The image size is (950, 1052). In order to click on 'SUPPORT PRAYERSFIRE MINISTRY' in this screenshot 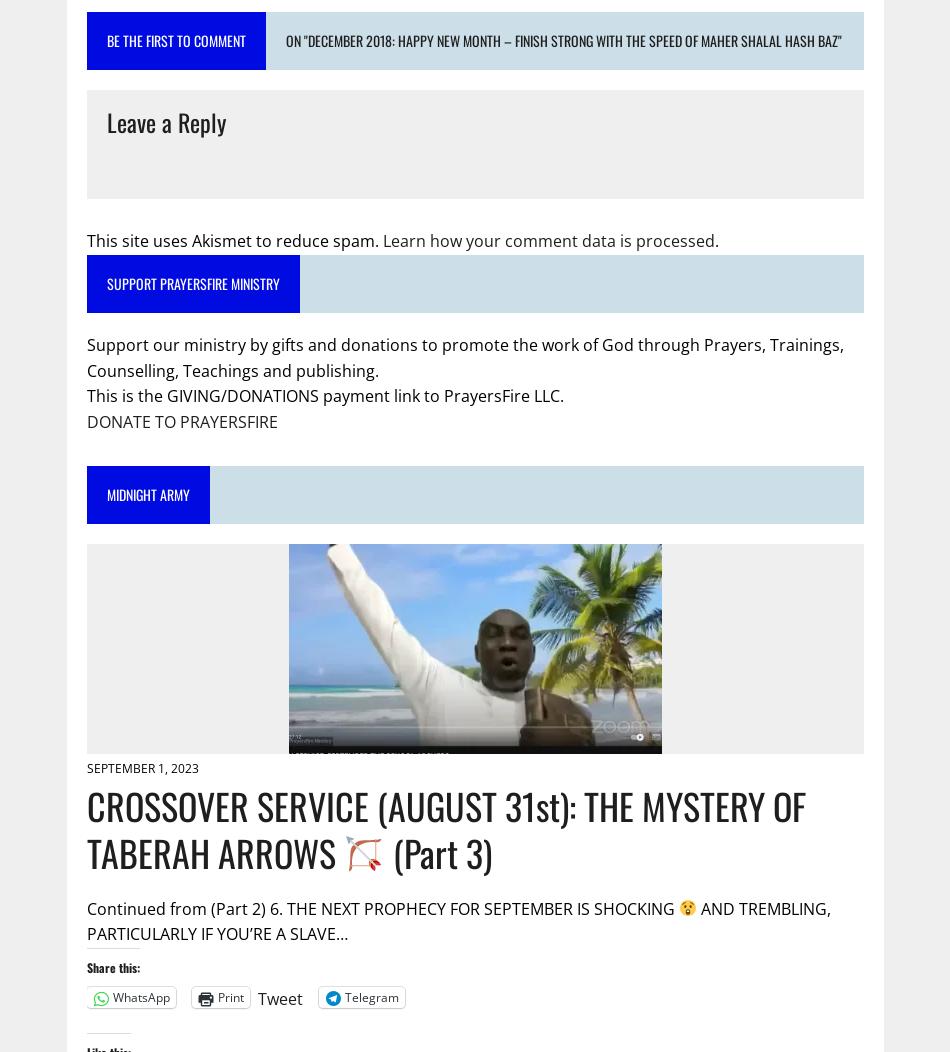, I will do `click(192, 282)`.